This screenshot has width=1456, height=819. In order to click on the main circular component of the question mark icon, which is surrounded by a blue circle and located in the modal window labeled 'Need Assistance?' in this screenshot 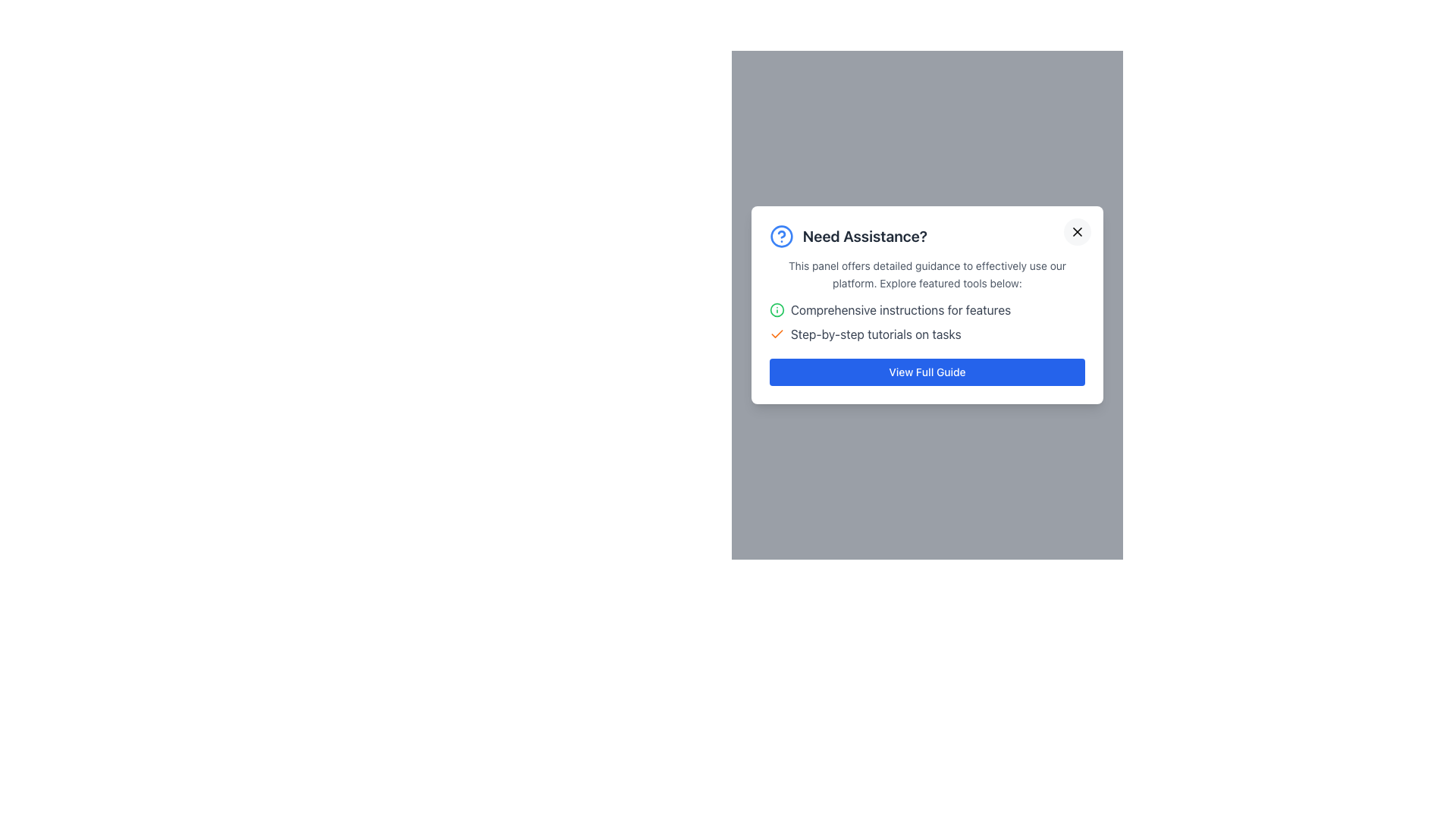, I will do `click(781, 236)`.